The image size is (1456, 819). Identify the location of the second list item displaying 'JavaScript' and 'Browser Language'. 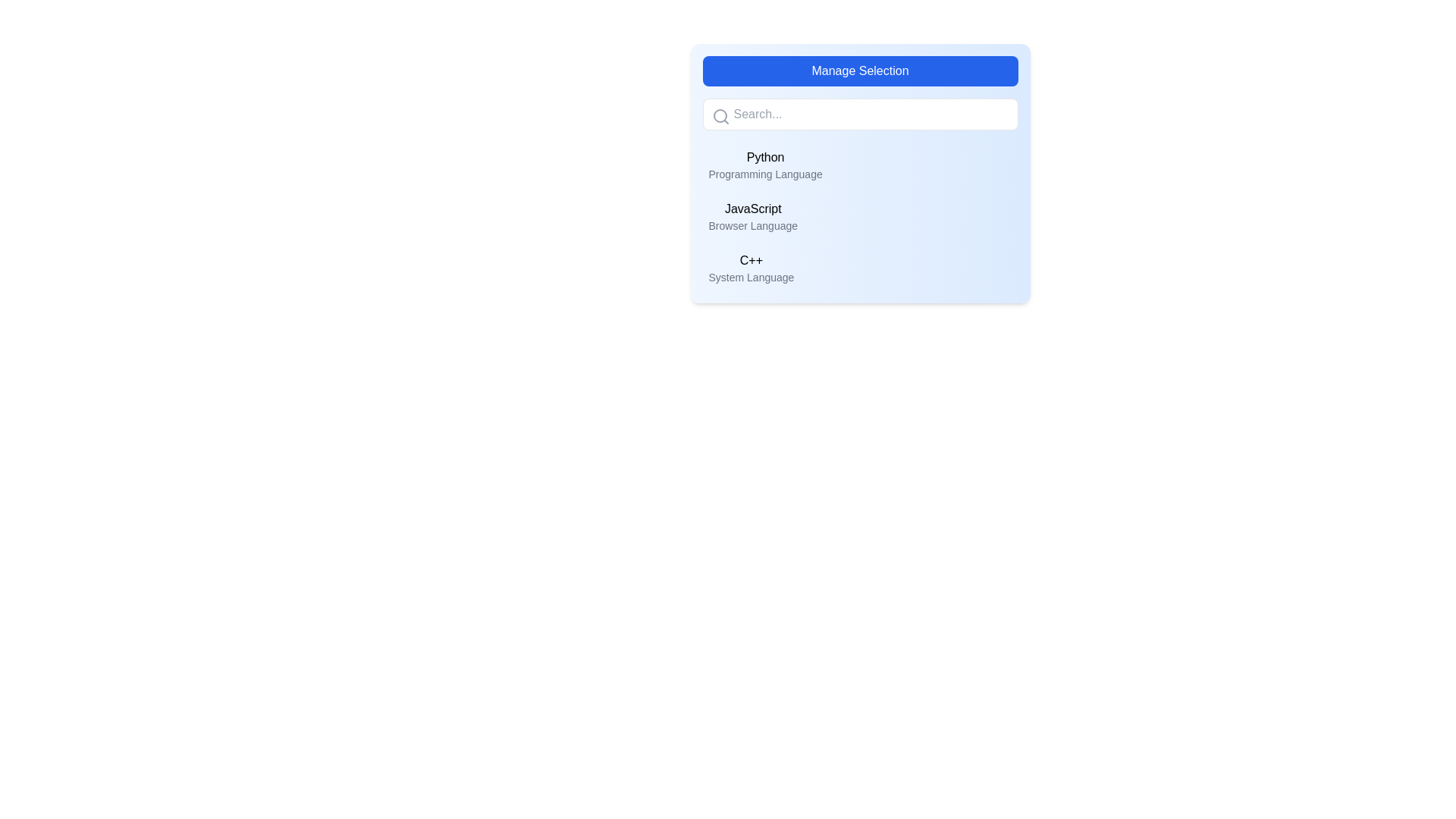
(860, 216).